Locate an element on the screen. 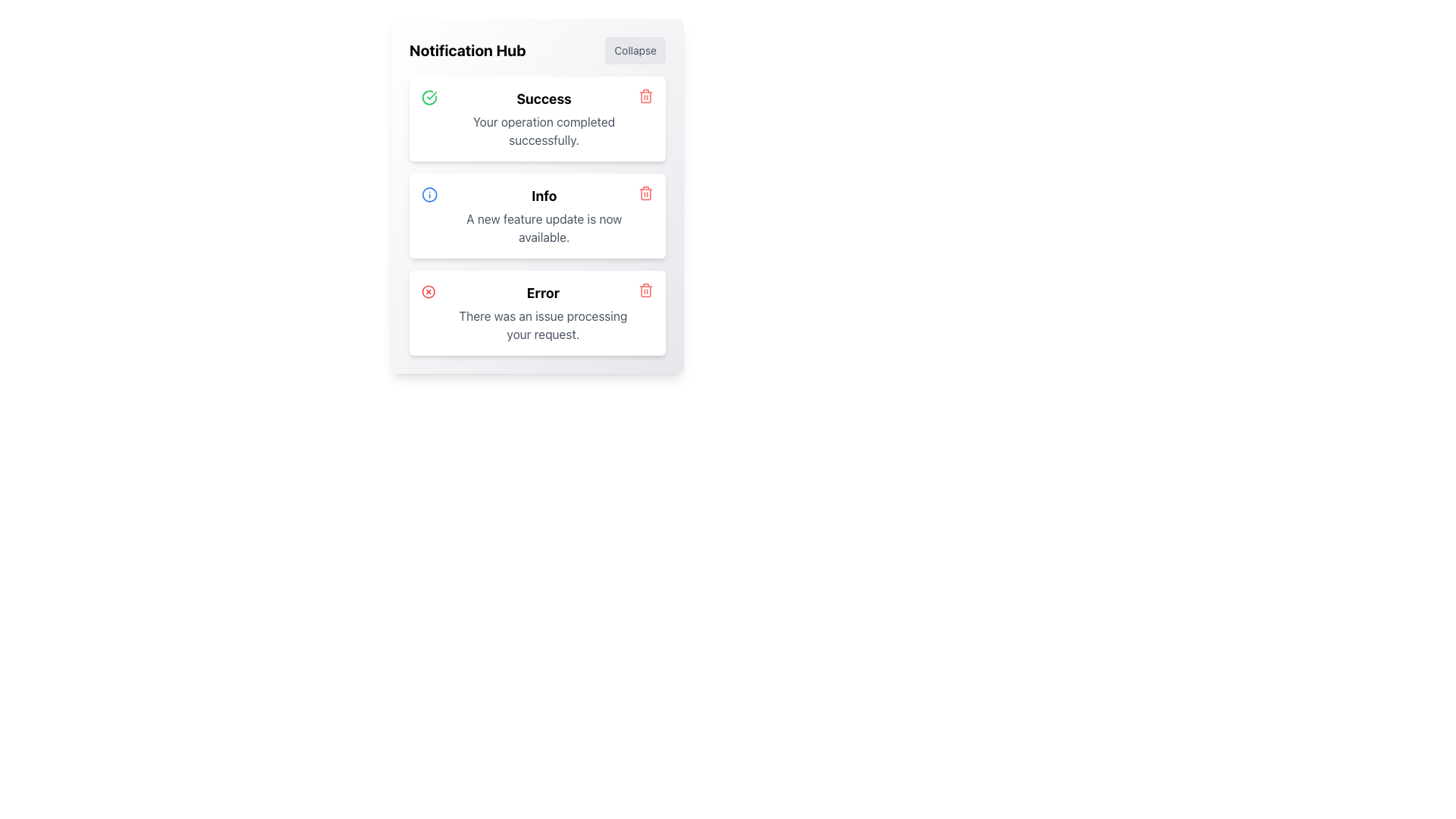  the static text label that reads 'Notification Hub', which is styled in bold font and larger text size, located in the top-left section of the header is located at coordinates (466, 49).